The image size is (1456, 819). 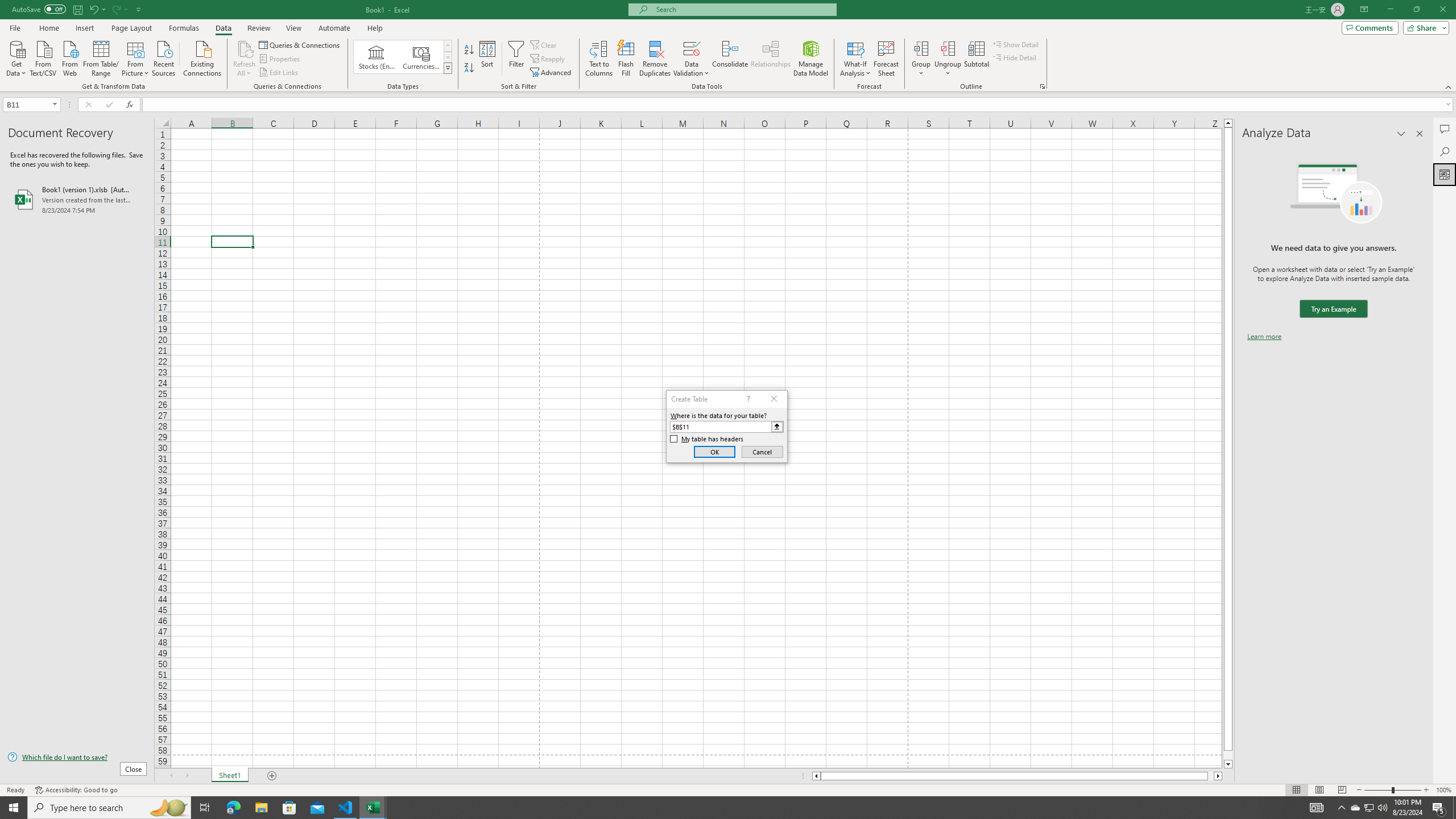 What do you see at coordinates (1333, 309) in the screenshot?
I see `'We need data to give you answers. Try an Example'` at bounding box center [1333, 309].